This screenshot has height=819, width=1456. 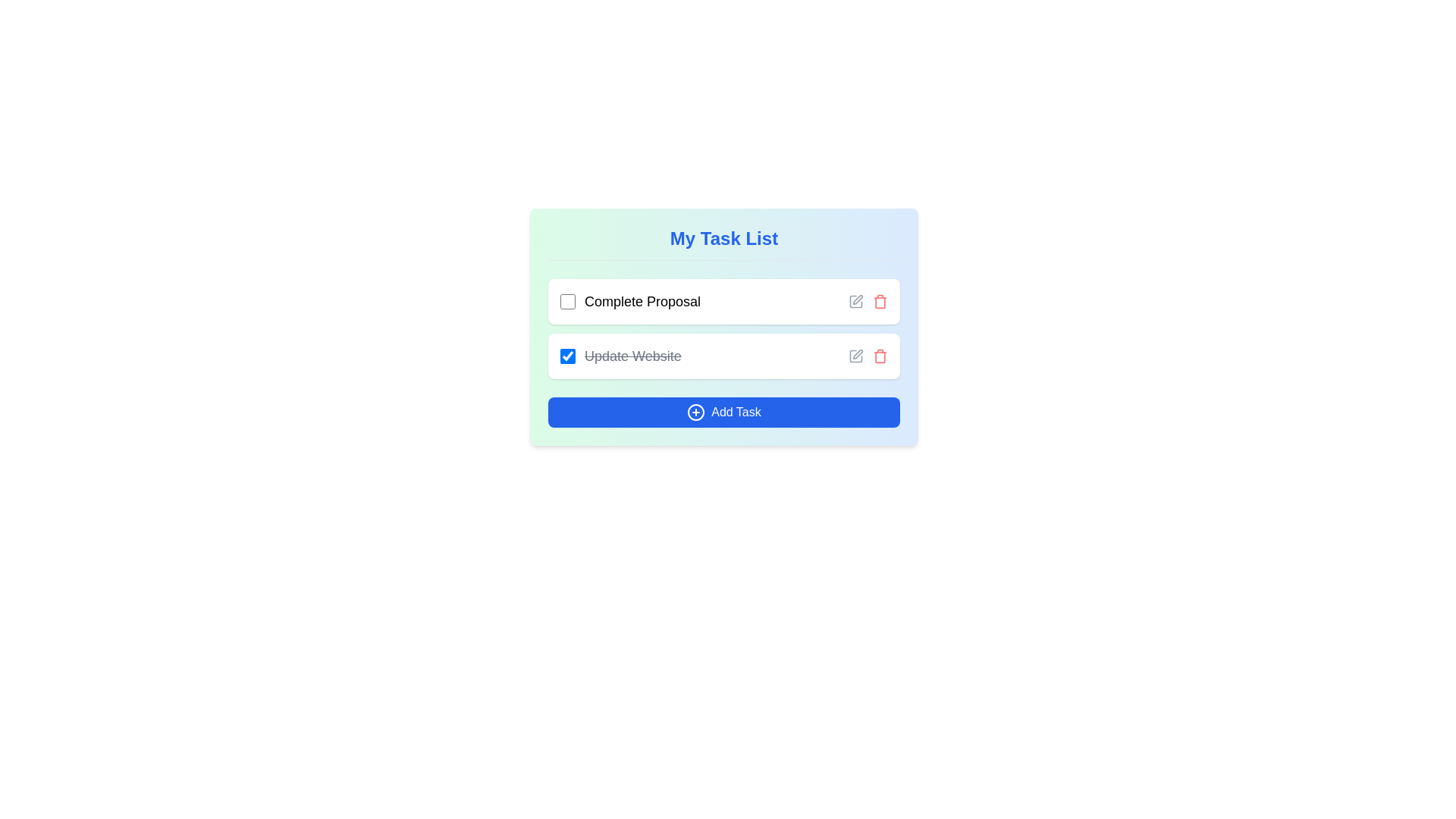 What do you see at coordinates (855, 301) in the screenshot?
I see `the rectangular outline with rounded corners that forms the outer square of the edit icon in the 'Update Website' task list entry` at bounding box center [855, 301].